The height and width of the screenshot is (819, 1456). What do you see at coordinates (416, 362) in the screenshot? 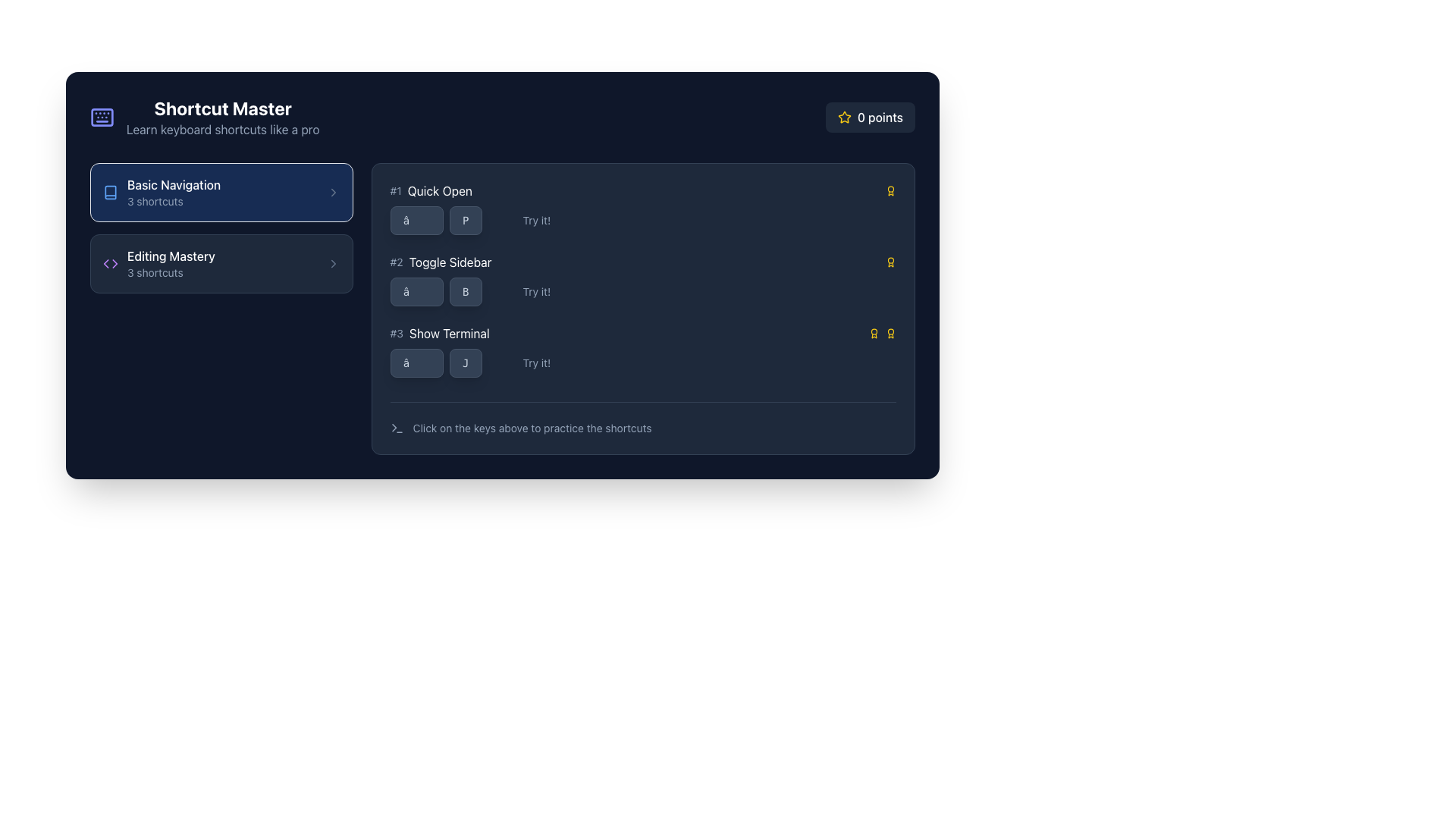
I see `the button representing the keyboard key (⌘) located in the third row of the keyboard shortcut section titled 'Show Terminal'` at bounding box center [416, 362].